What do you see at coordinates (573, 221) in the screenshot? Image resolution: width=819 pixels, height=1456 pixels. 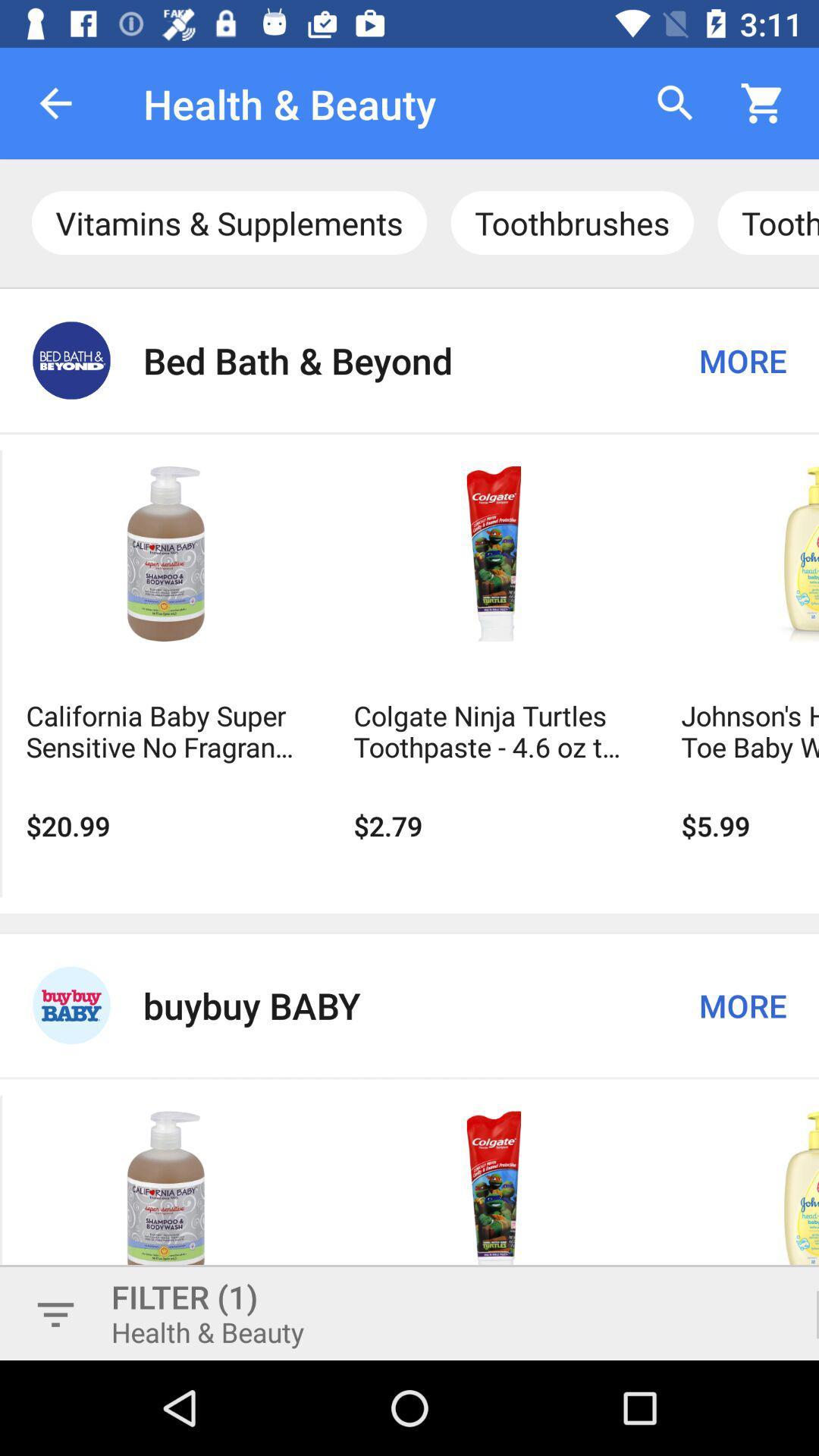 I see `the text next to vitaminssupplements` at bounding box center [573, 221].